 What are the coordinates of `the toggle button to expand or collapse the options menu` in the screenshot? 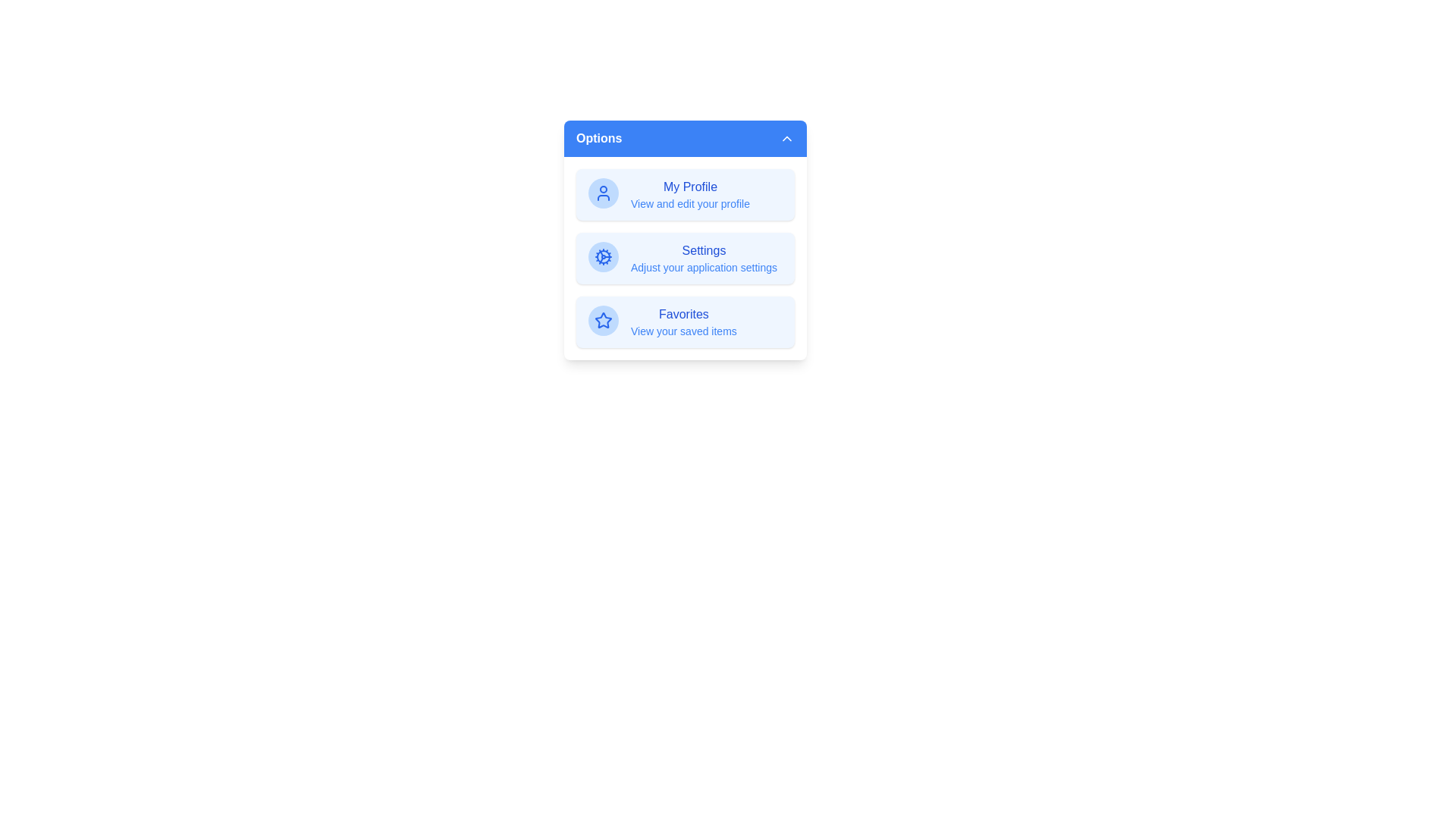 It's located at (684, 138).